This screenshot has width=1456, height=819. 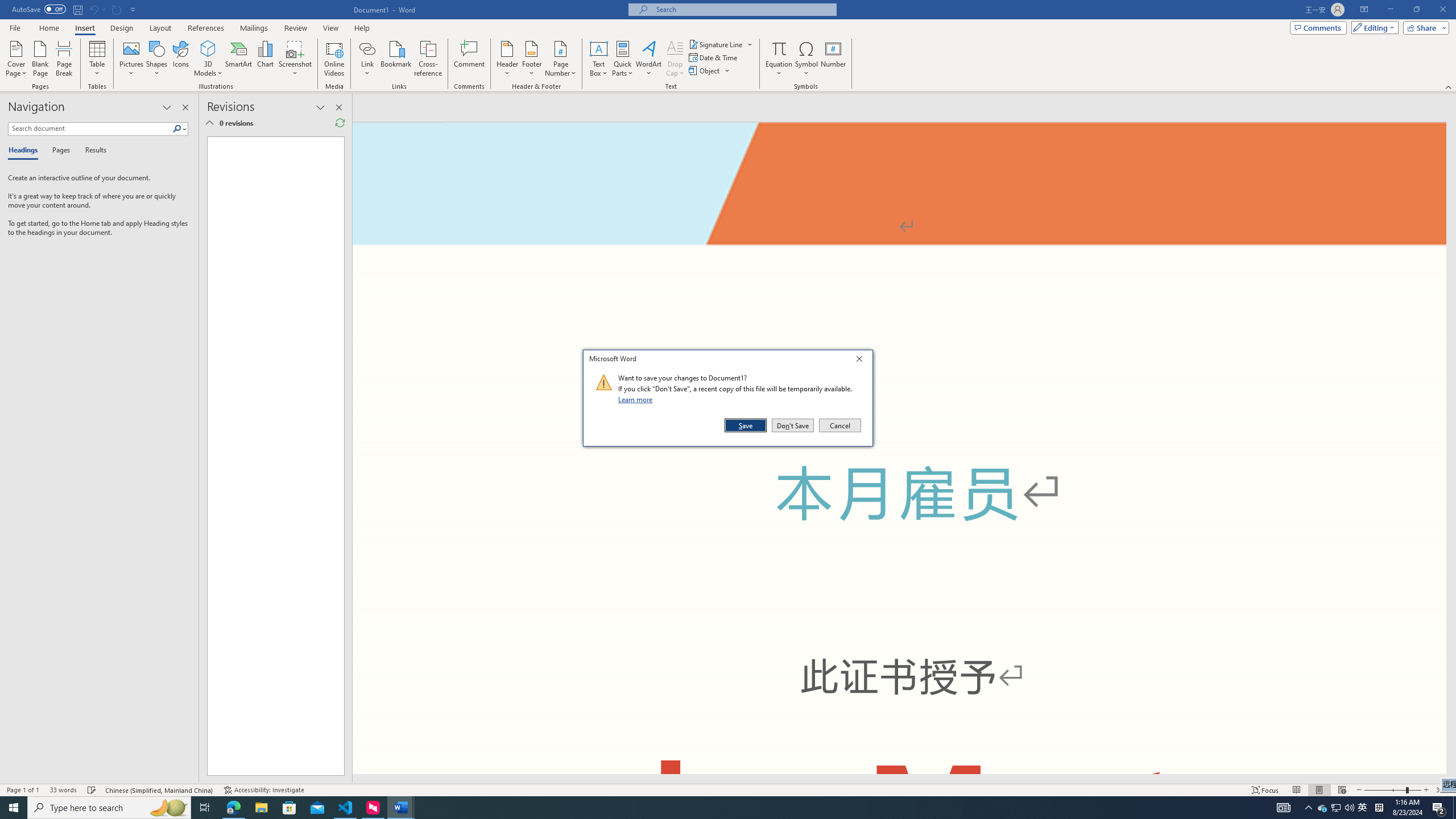 I want to click on 'Date & Time...', so click(x=714, y=56).